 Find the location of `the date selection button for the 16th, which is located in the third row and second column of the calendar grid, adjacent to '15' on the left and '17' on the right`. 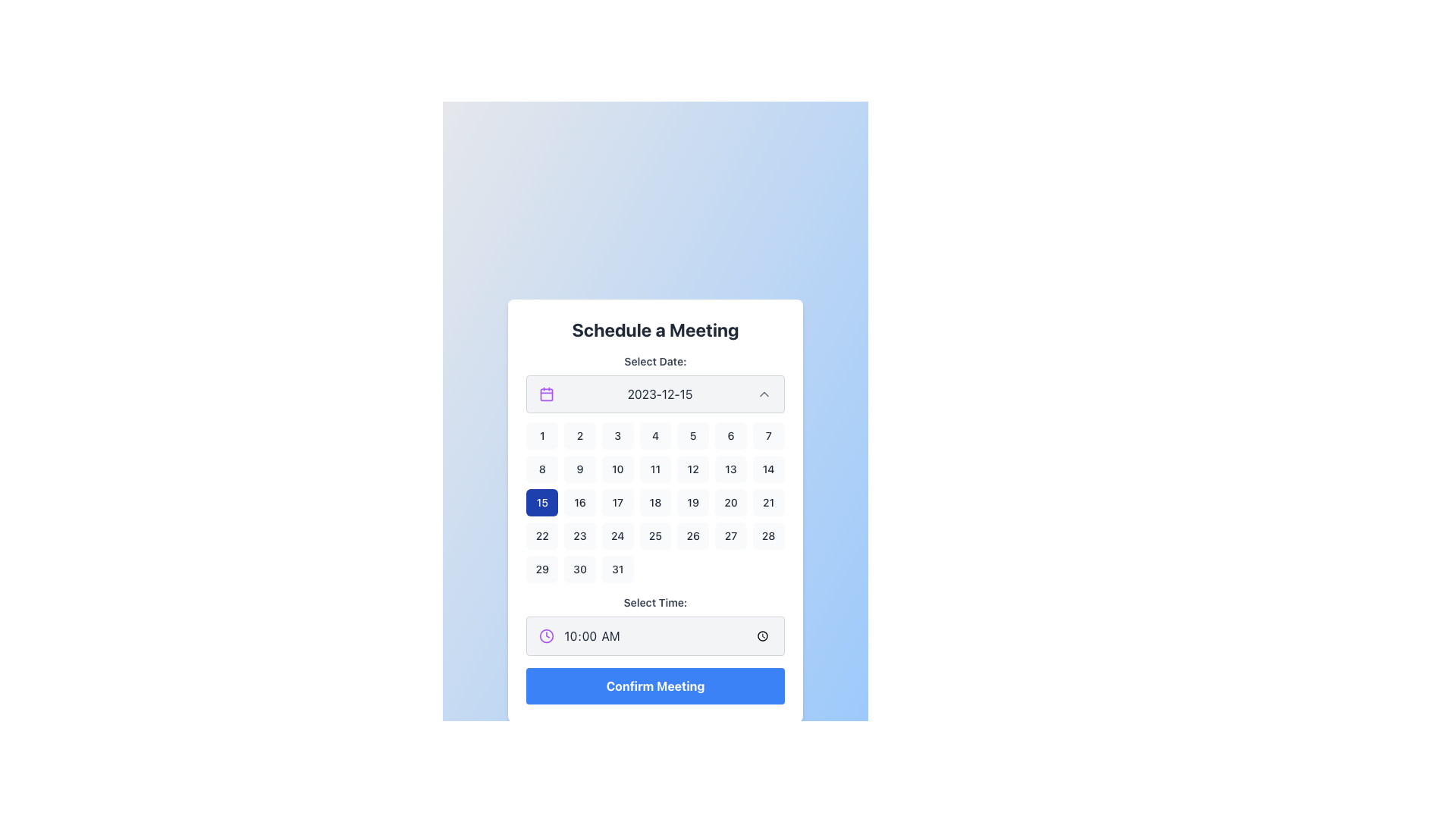

the date selection button for the 16th, which is located in the third row and second column of the calendar grid, adjacent to '15' on the left and '17' on the right is located at coordinates (579, 503).